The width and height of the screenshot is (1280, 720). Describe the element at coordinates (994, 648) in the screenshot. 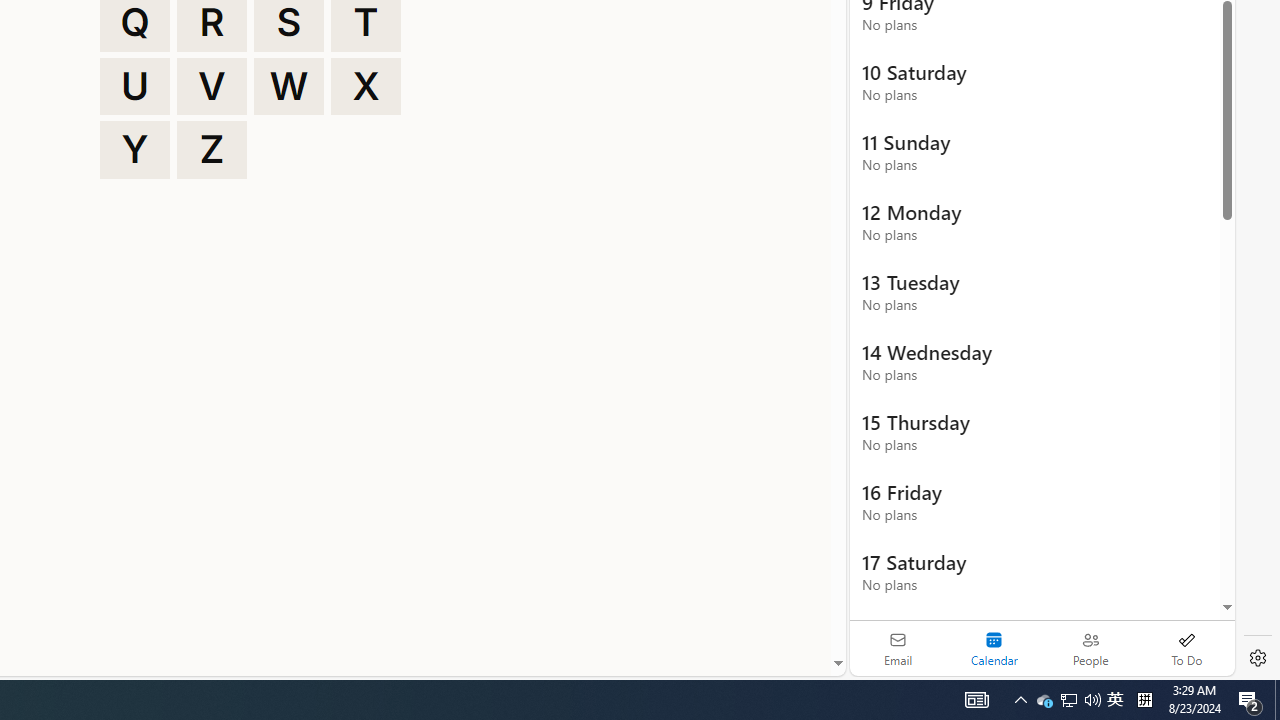

I see `'Selected calendar module. Date today is 22'` at that location.